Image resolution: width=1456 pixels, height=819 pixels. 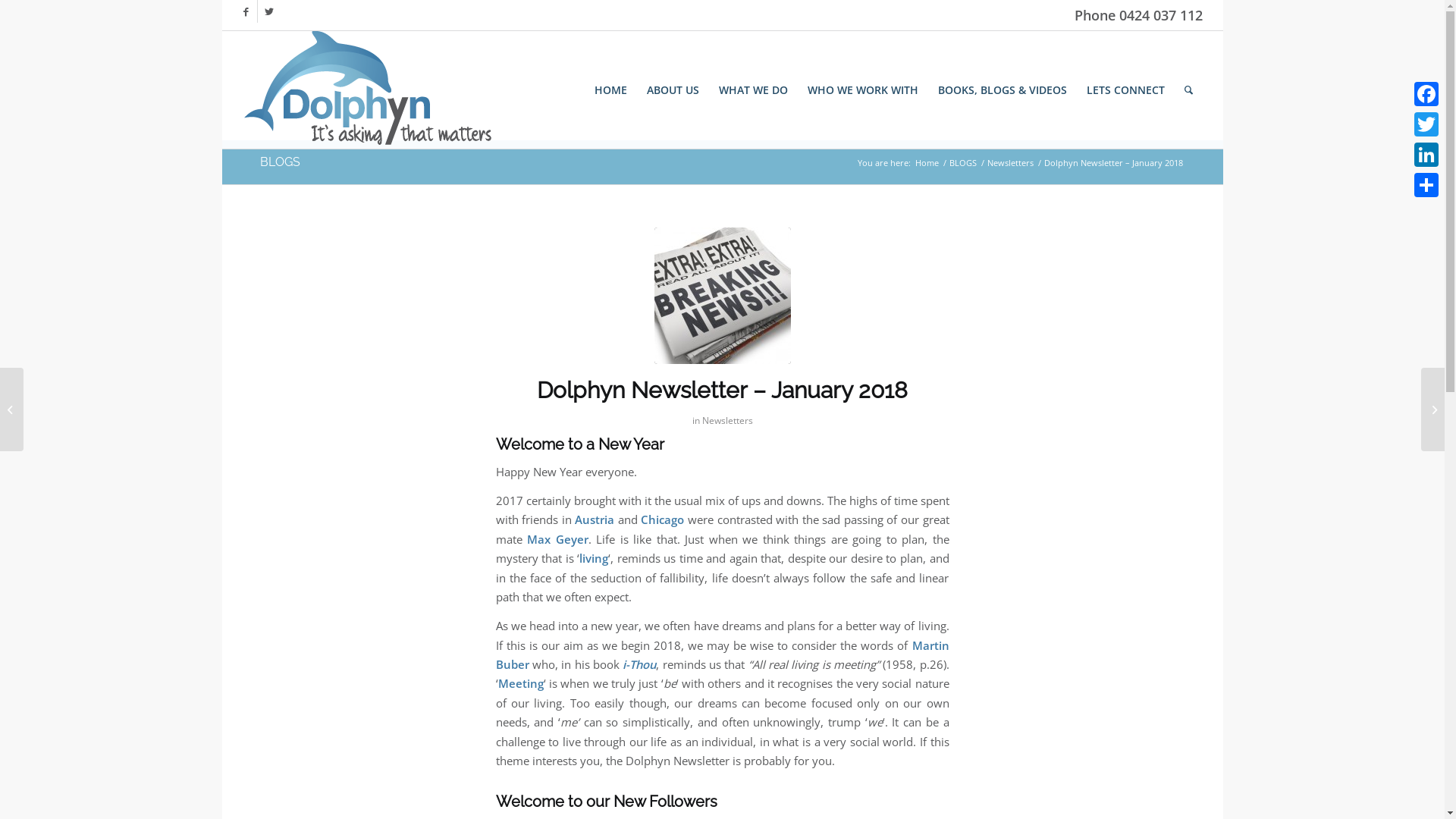 What do you see at coordinates (672, 89) in the screenshot?
I see `'ABOUT US'` at bounding box center [672, 89].